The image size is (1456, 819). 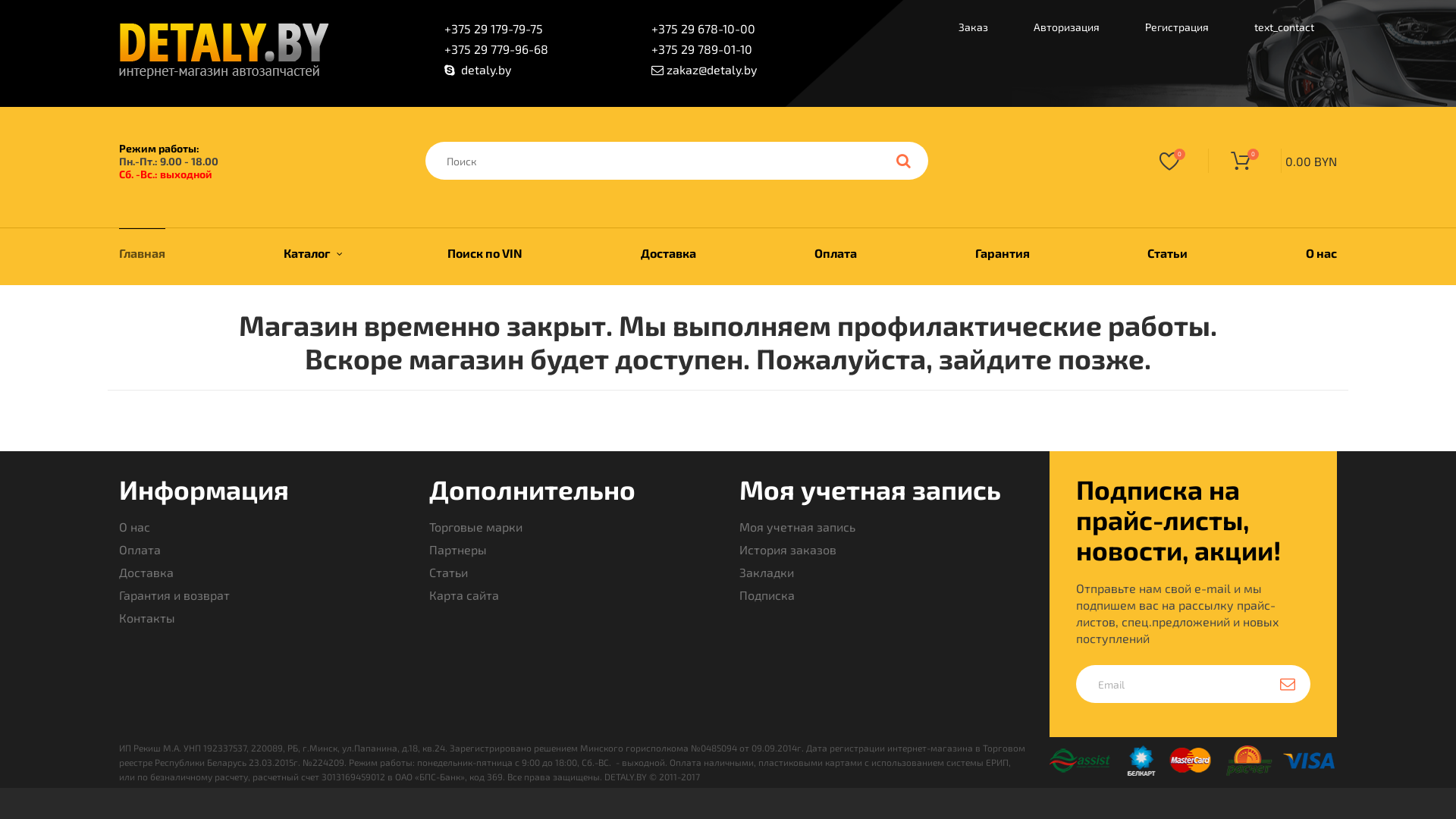 What do you see at coordinates (1231, 29) in the screenshot?
I see `'text_contact'` at bounding box center [1231, 29].